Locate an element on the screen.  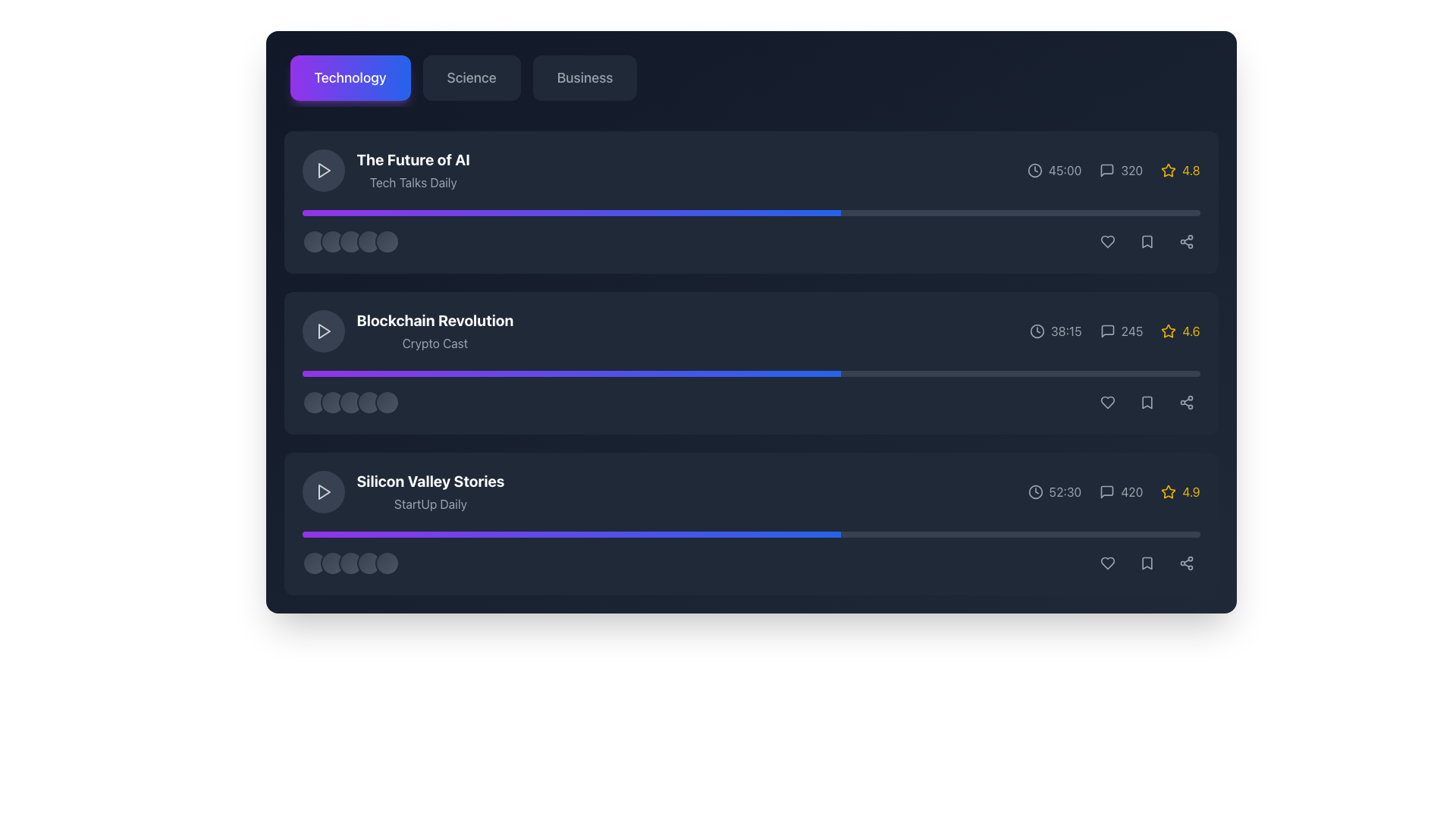
the star icon representing the rating of the content in the 'The Future of AI' section, which is located next to the numerical rating value '4.8' is located at coordinates (1168, 170).